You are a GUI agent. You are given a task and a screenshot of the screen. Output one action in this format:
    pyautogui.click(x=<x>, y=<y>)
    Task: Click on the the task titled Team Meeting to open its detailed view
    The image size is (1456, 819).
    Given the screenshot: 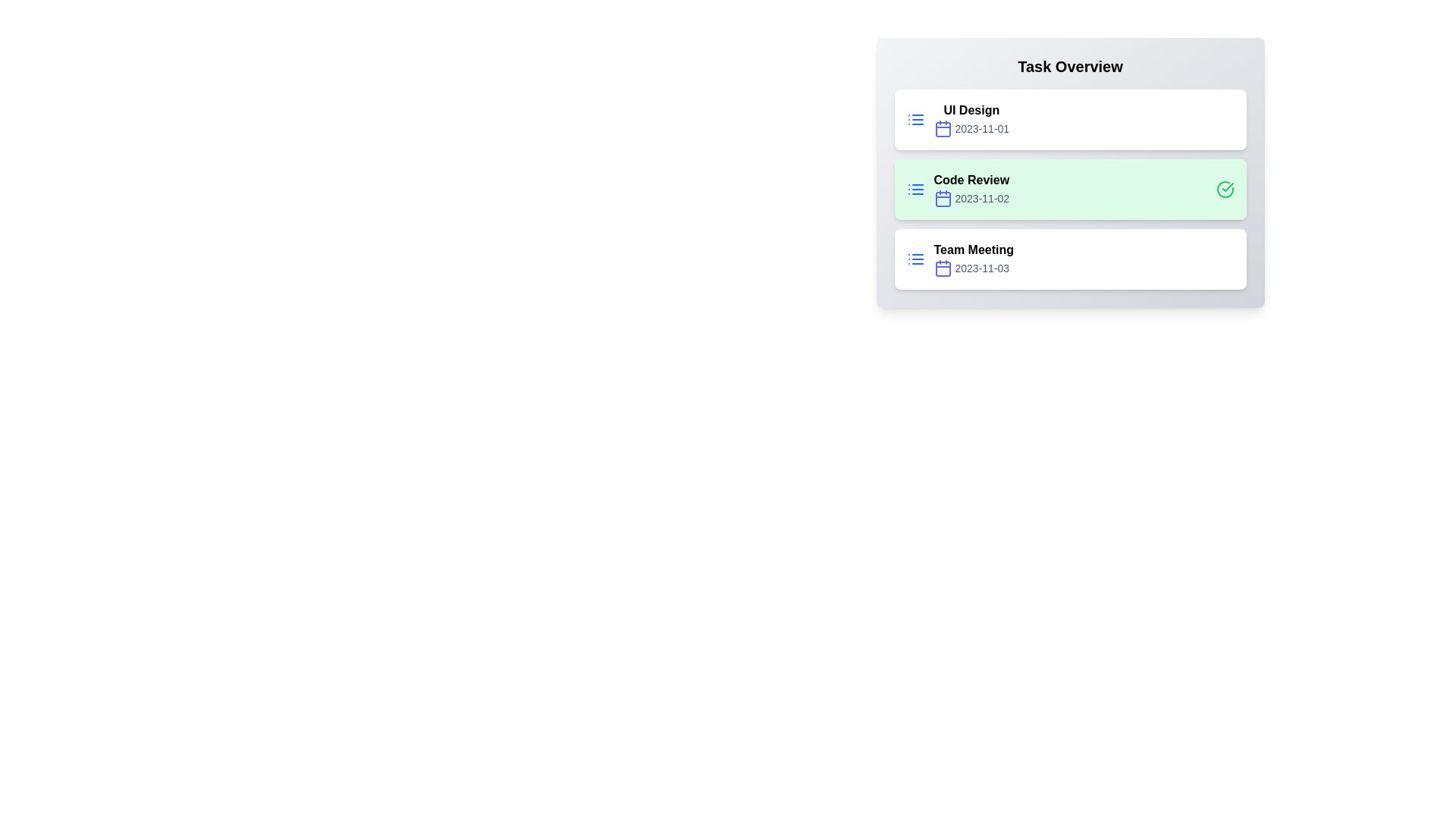 What is the action you would take?
    pyautogui.click(x=1069, y=259)
    